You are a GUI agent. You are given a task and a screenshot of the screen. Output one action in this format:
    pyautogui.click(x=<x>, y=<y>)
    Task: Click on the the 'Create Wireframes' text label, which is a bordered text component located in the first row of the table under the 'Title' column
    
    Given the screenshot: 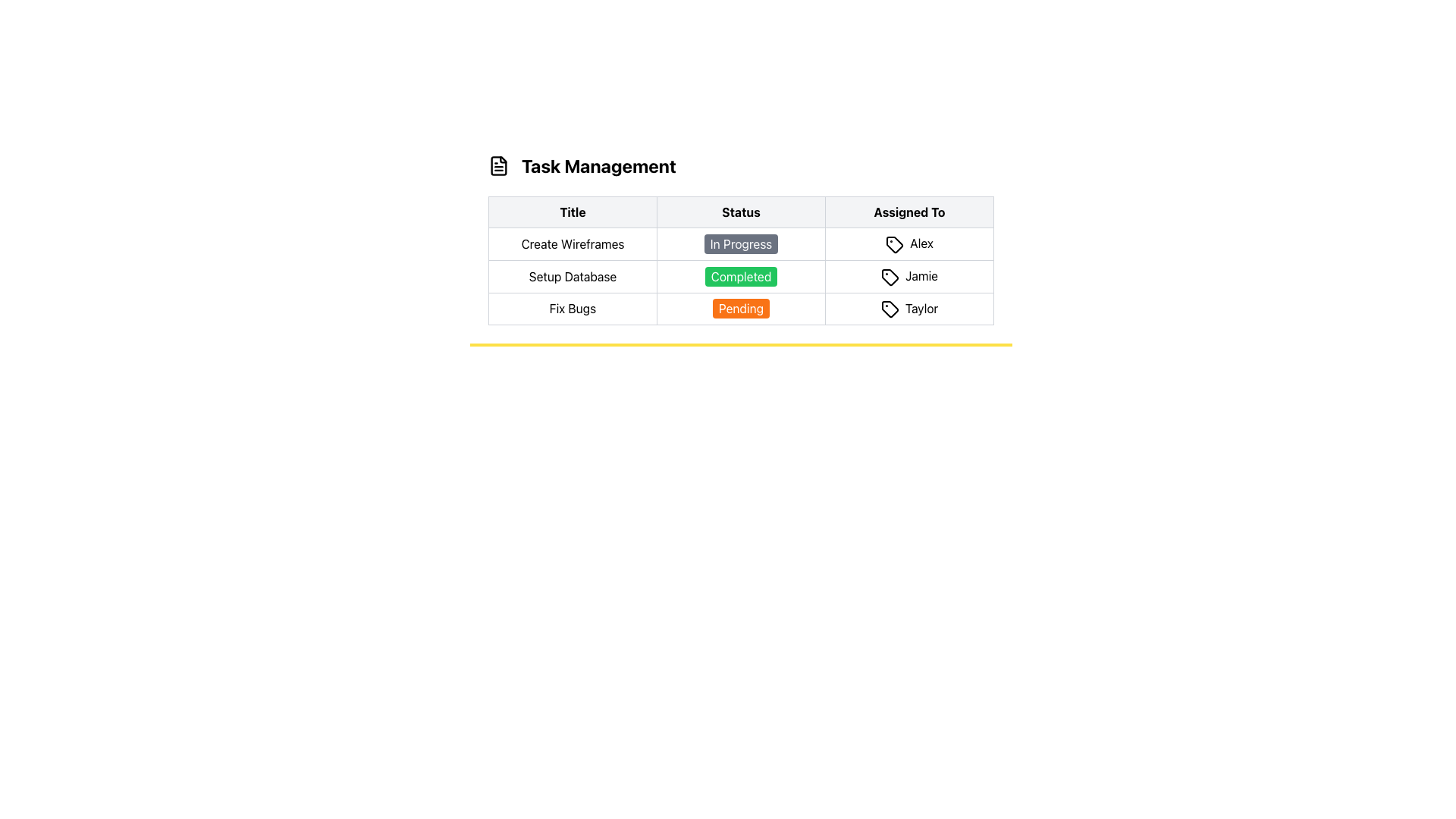 What is the action you would take?
    pyautogui.click(x=572, y=243)
    